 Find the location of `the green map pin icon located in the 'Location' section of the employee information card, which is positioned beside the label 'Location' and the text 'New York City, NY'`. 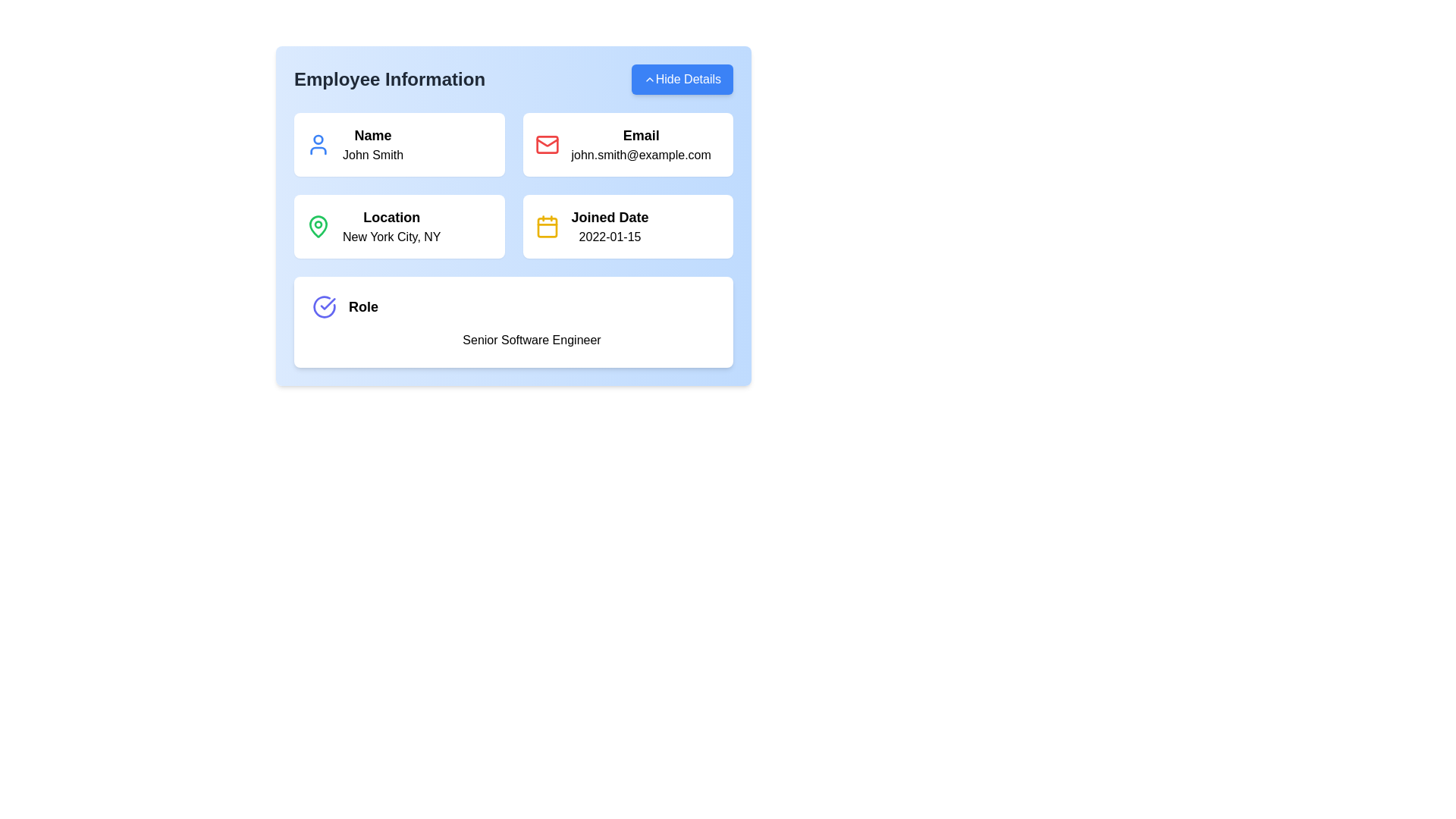

the green map pin icon located in the 'Location' section of the employee information card, which is positioned beside the label 'Location' and the text 'New York City, NY' is located at coordinates (318, 227).